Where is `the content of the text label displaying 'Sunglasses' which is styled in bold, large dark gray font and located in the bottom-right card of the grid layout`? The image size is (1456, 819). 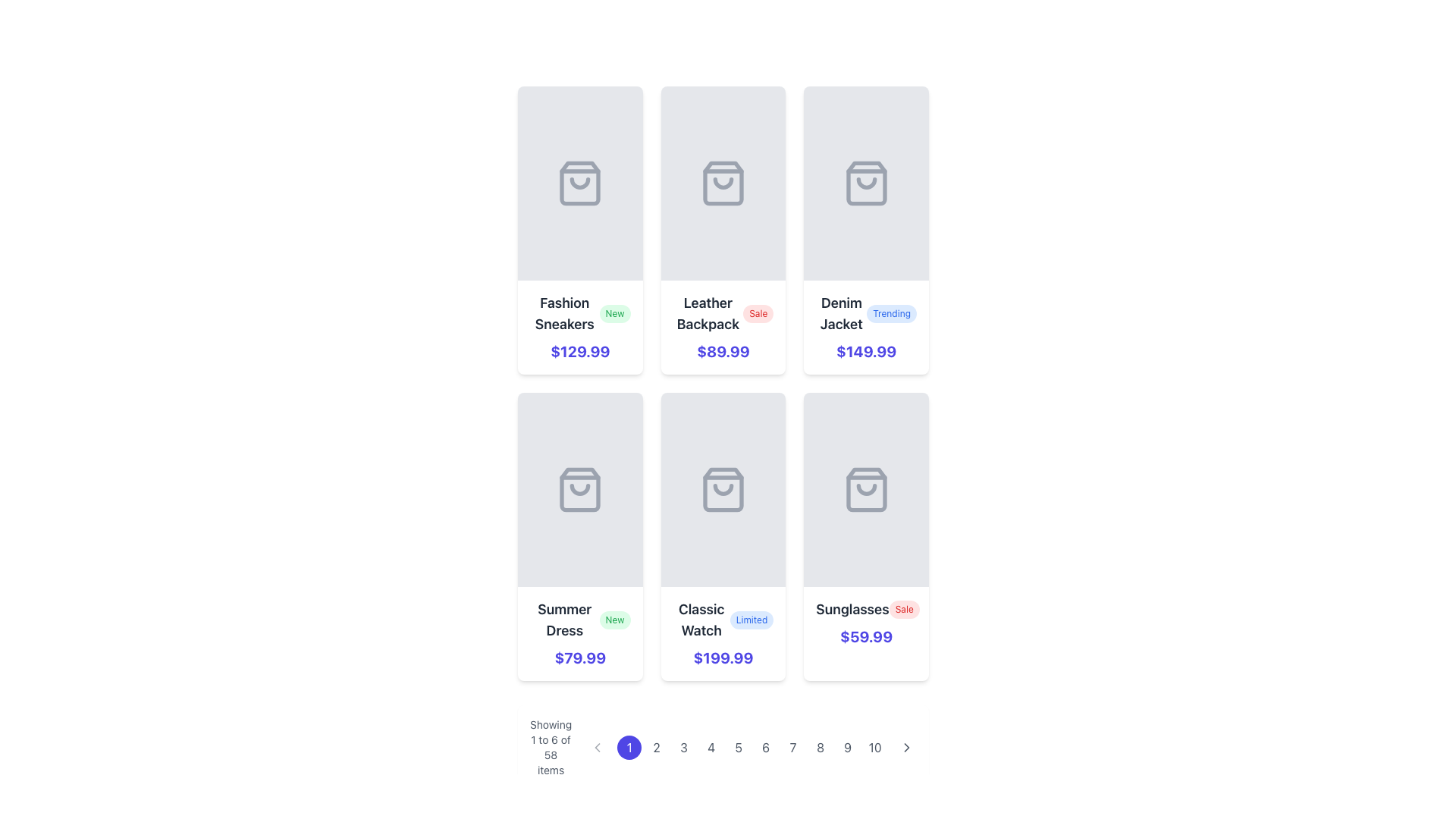 the content of the text label displaying 'Sunglasses' which is styled in bold, large dark gray font and located in the bottom-right card of the grid layout is located at coordinates (852, 608).